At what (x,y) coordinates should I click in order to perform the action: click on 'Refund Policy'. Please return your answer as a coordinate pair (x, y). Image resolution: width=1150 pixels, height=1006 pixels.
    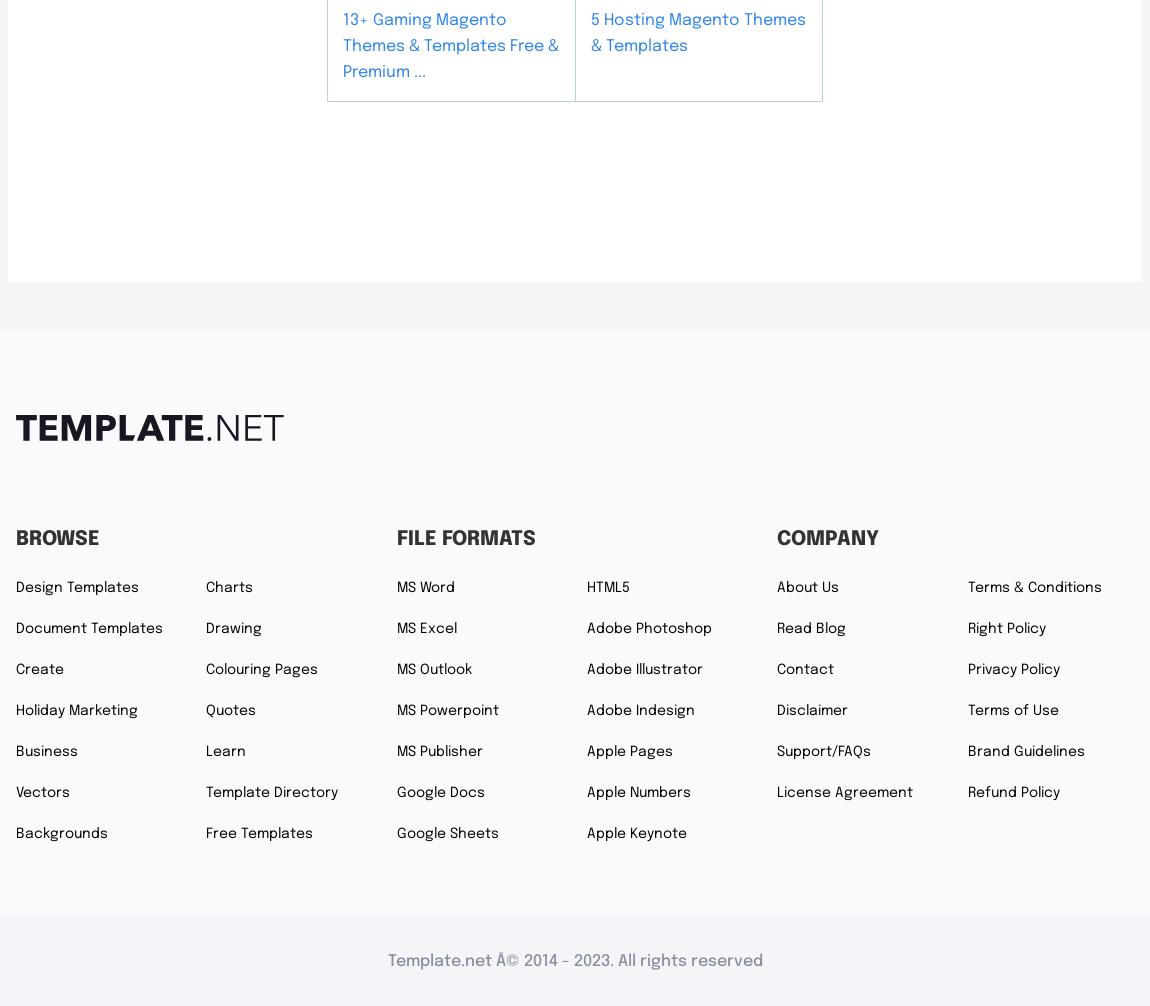
    Looking at the image, I should click on (1013, 792).